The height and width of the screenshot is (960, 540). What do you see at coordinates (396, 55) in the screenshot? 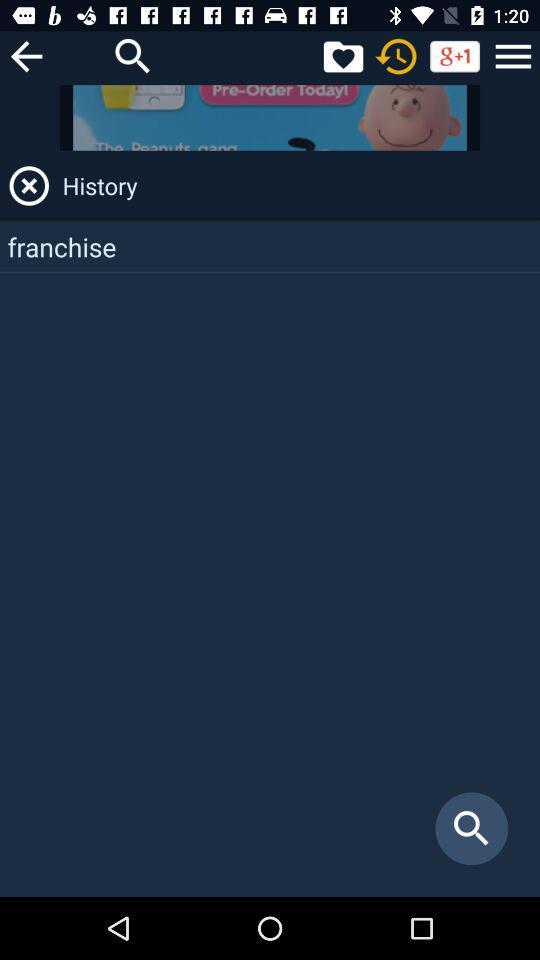
I see `refresh page` at bounding box center [396, 55].